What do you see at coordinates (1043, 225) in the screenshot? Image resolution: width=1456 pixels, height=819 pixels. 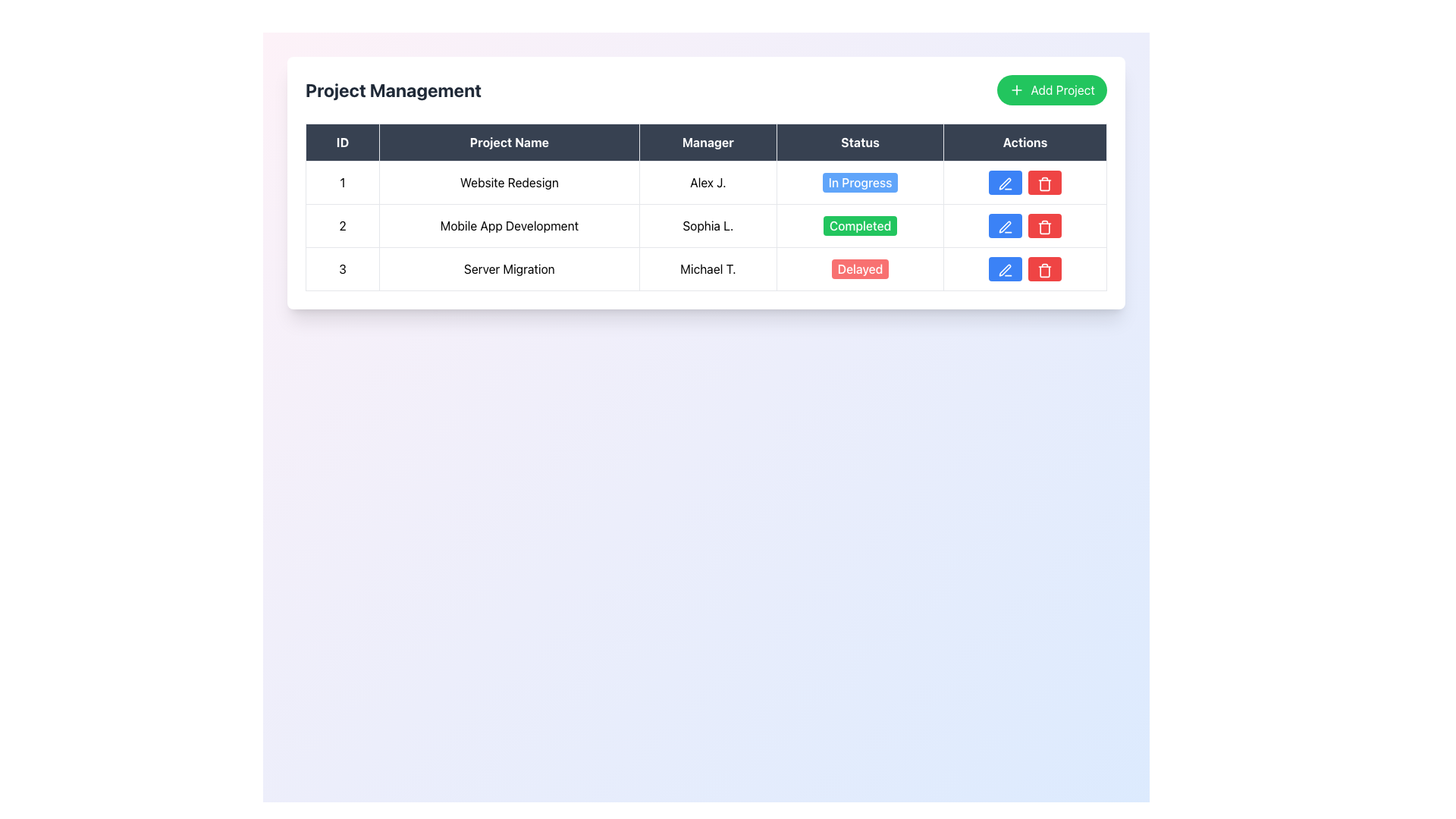 I see `the red button with a trash can icon in the third row of the 'Actions' column` at bounding box center [1043, 225].